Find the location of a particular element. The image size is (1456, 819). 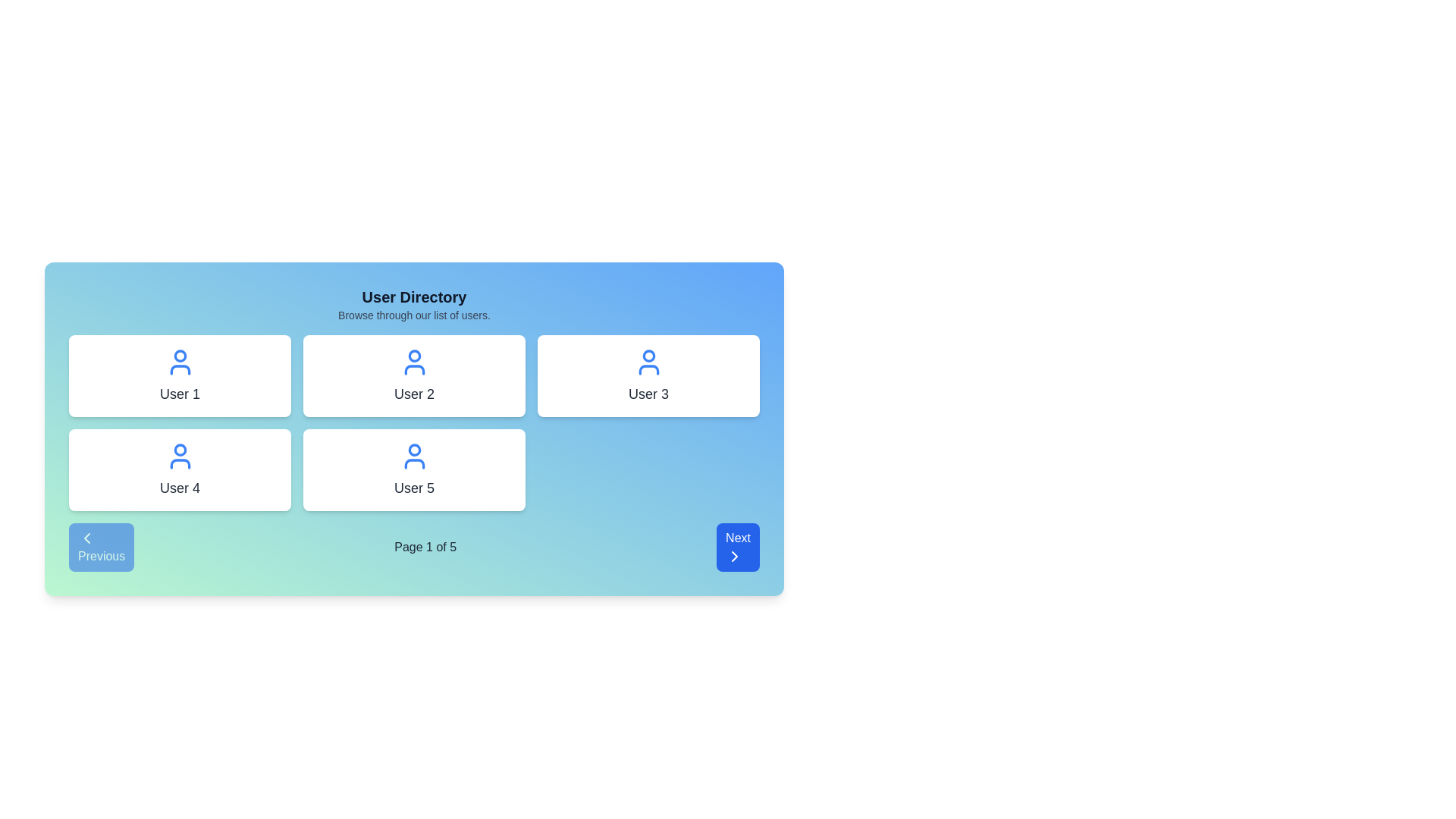

the decorative icon representing 'User 1', located at the center top of the first user card in the grid is located at coordinates (180, 362).